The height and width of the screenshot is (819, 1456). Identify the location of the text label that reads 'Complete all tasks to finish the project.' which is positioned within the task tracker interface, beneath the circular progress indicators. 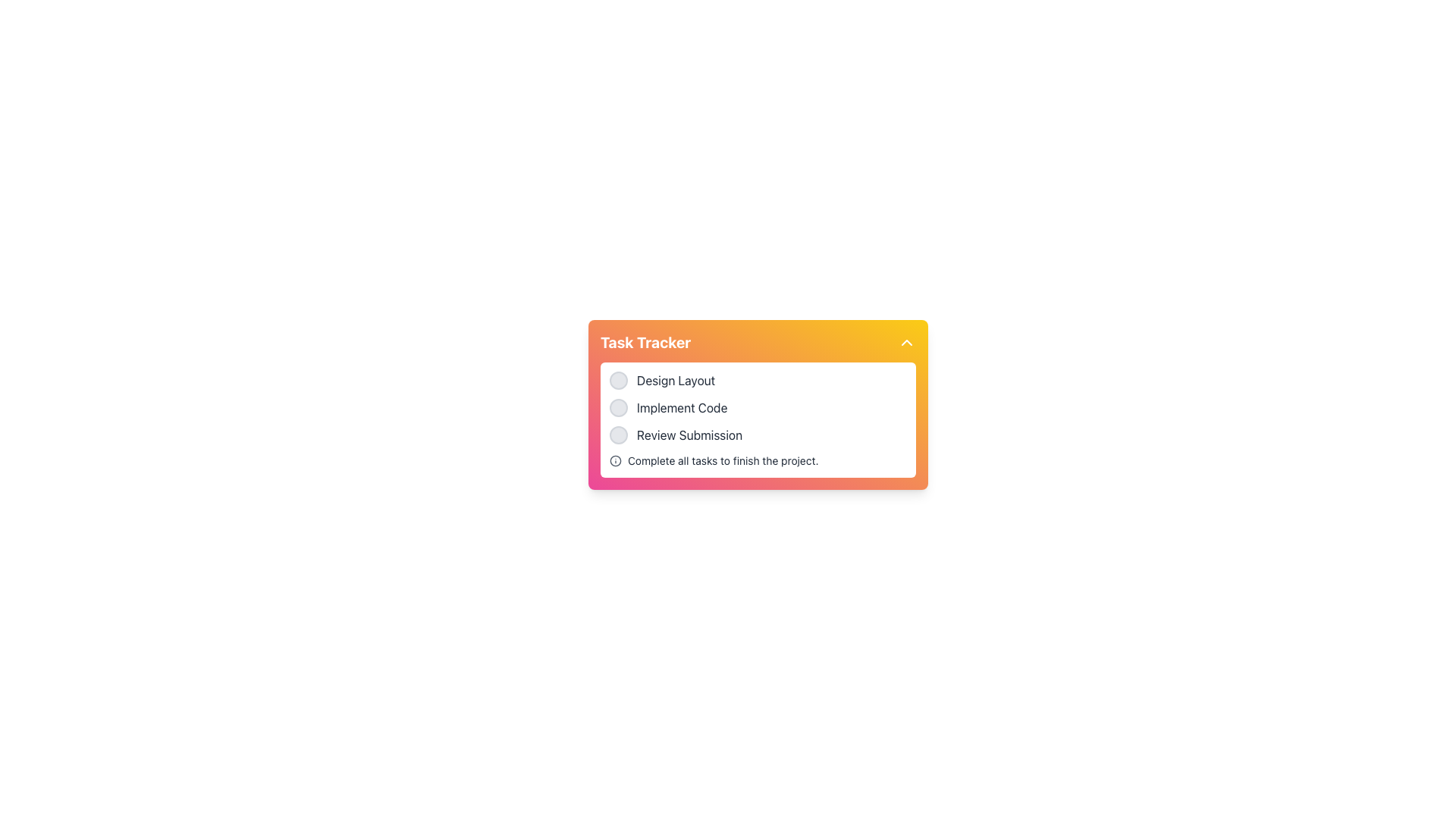
(722, 460).